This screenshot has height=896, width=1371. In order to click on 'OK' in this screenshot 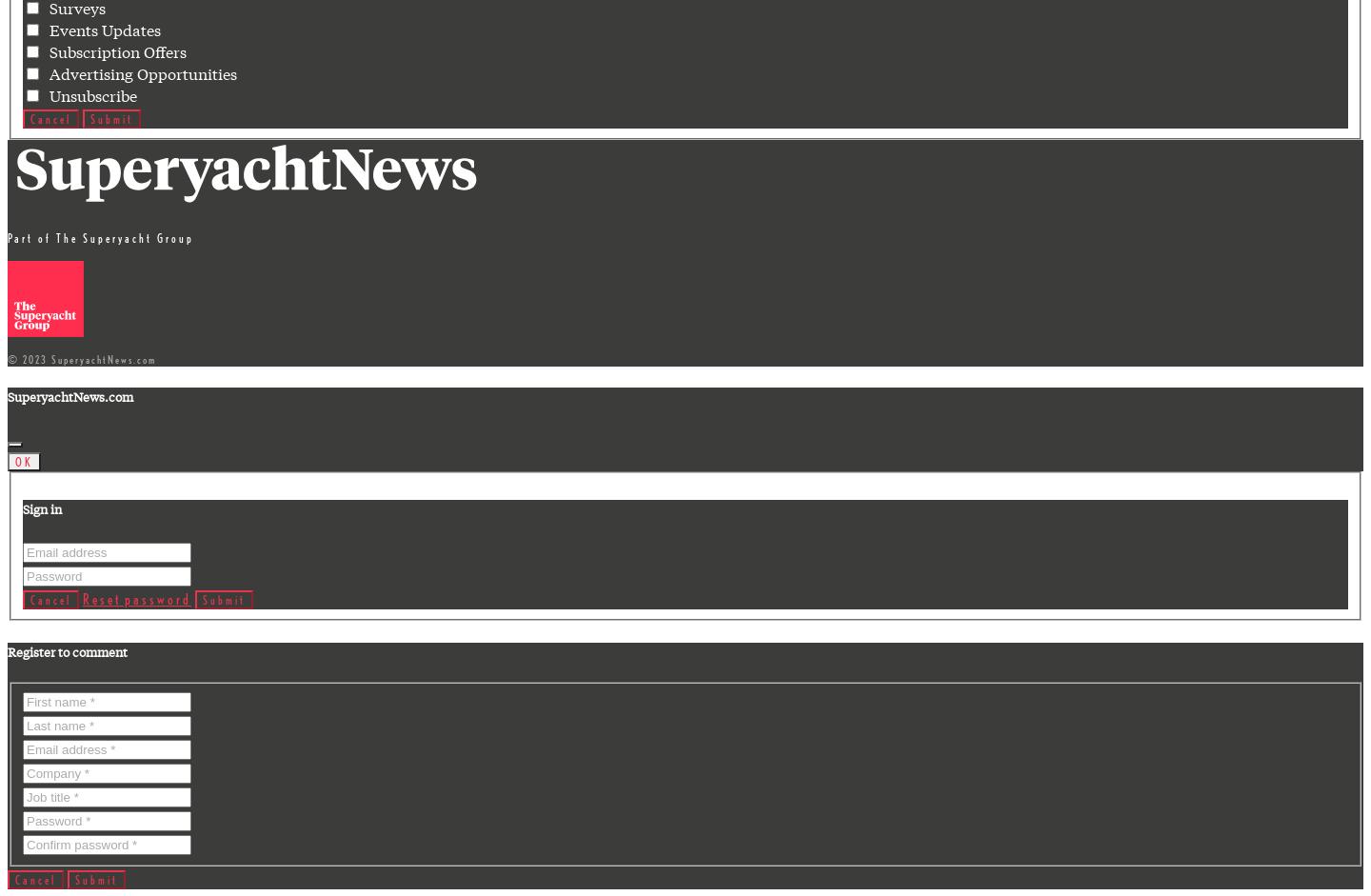, I will do `click(13, 460)`.